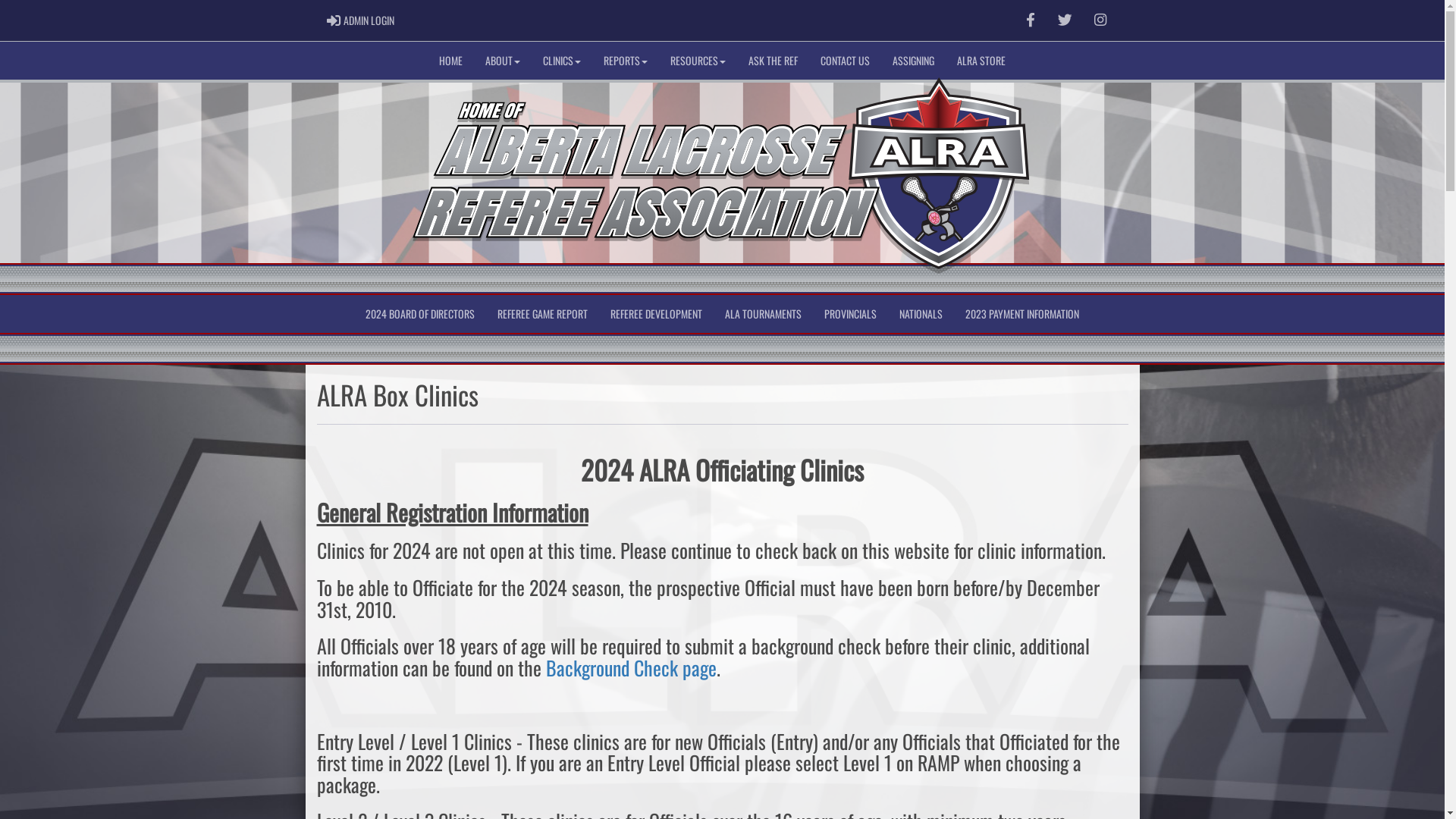 The width and height of the screenshot is (1456, 819). What do you see at coordinates (1022, 312) in the screenshot?
I see `'2023 PAYMENT INFORMATION'` at bounding box center [1022, 312].